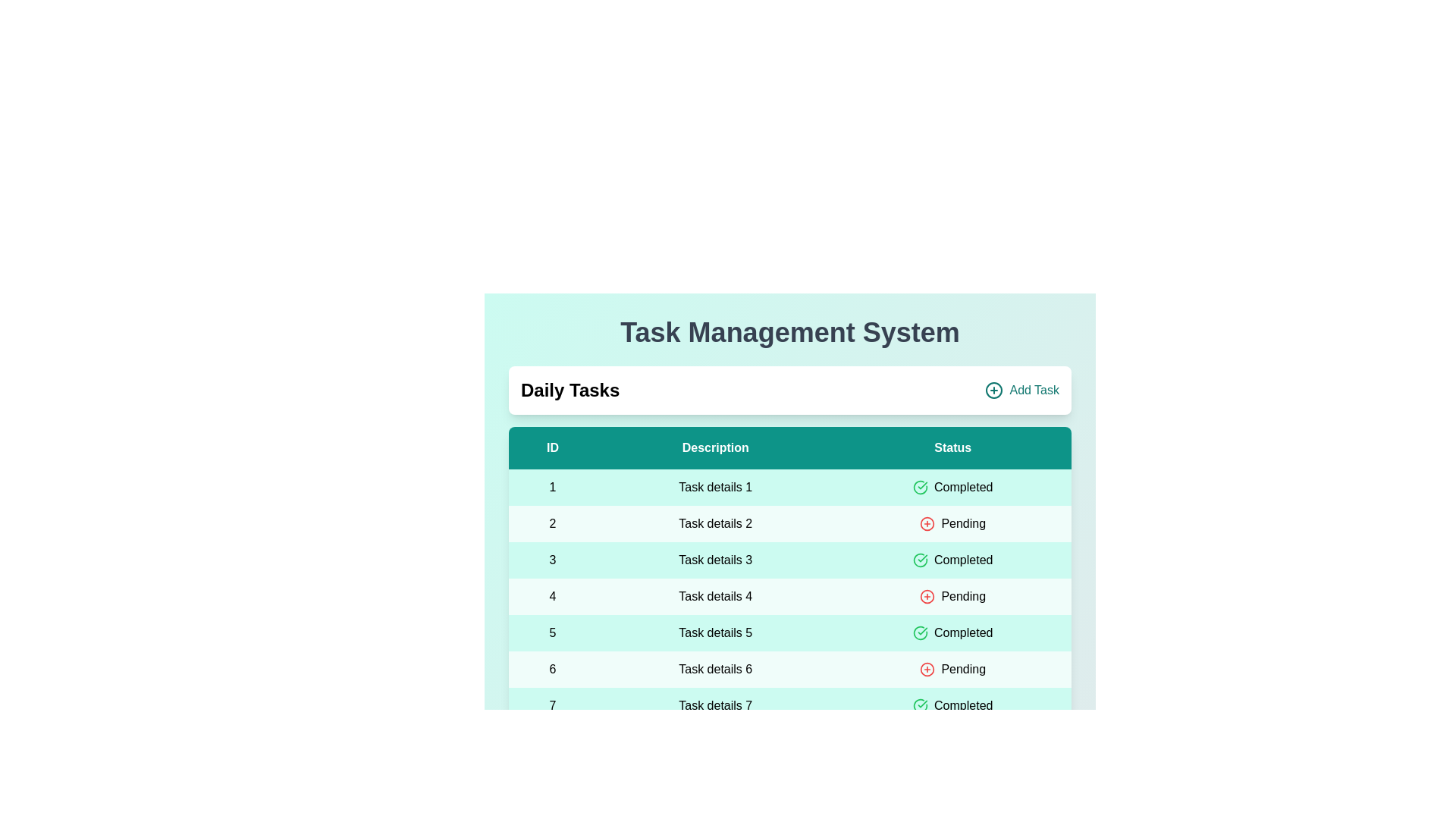  Describe the element at coordinates (1022, 390) in the screenshot. I see `the 'Add Task' button to initiate adding a new task` at that location.